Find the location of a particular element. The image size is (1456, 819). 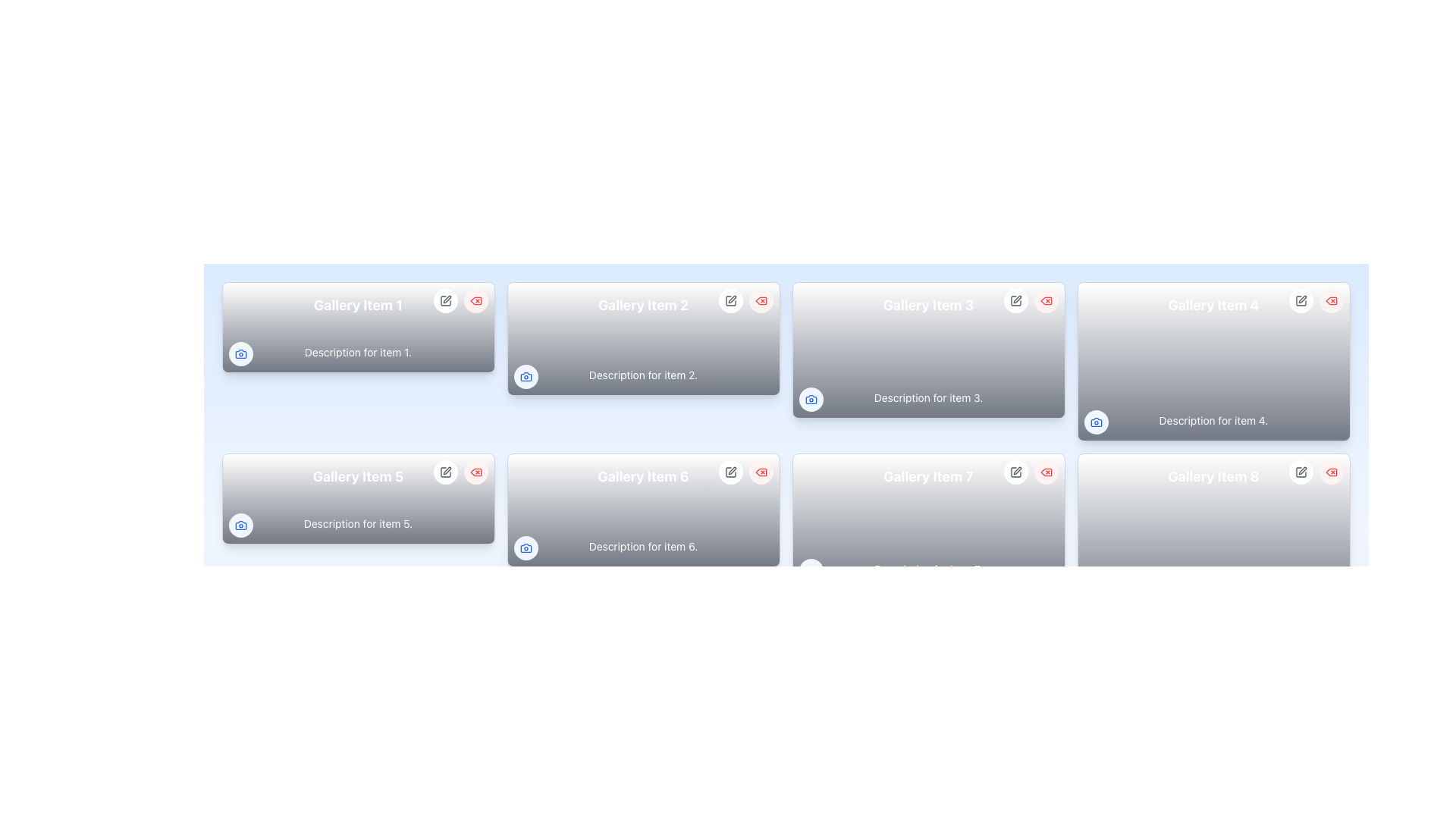

the static text label that provides information about 'Gallery Item 7', located at the bottom of the corresponding card in the grid layout is located at coordinates (927, 570).